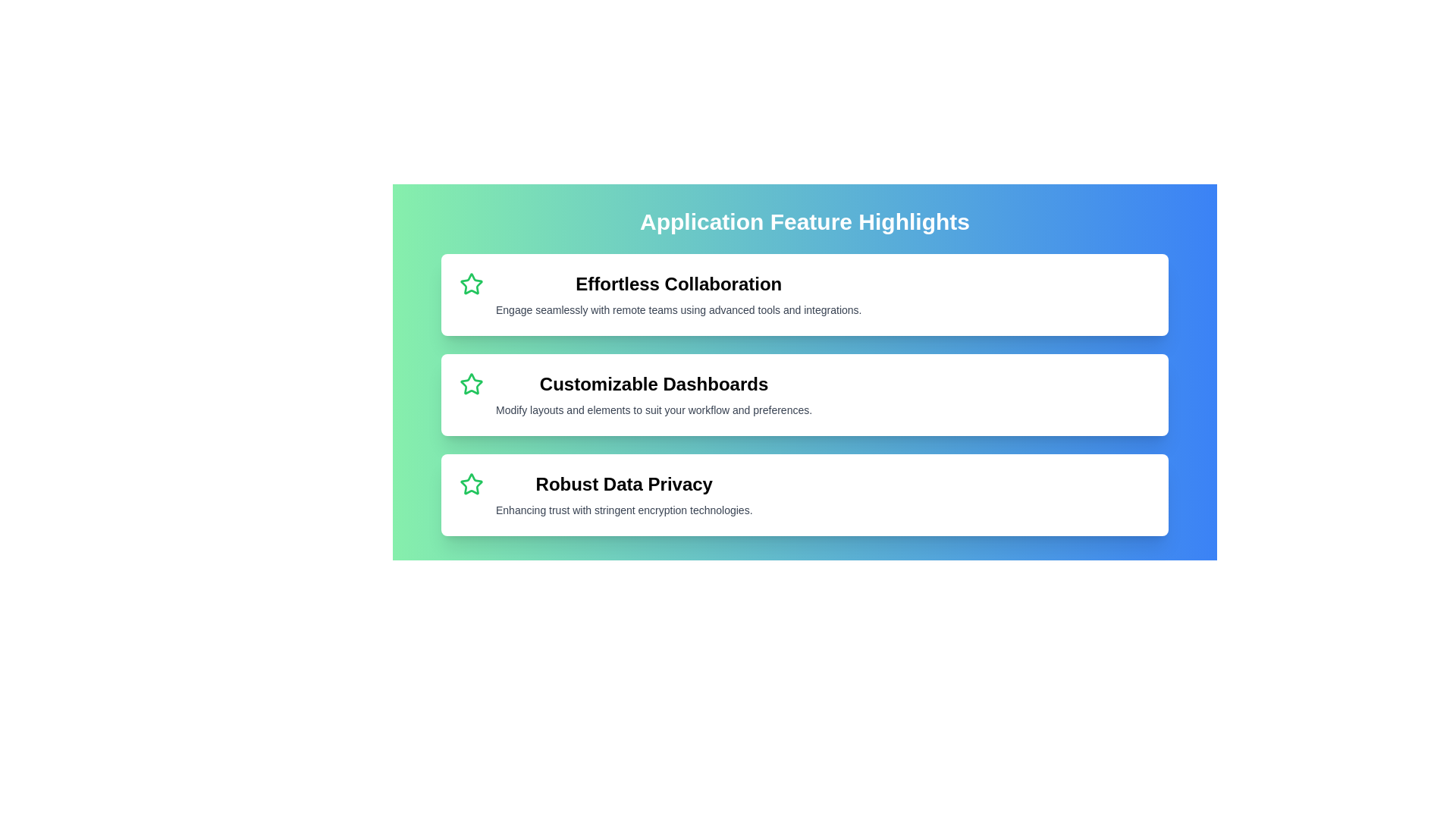  Describe the element at coordinates (678, 284) in the screenshot. I see `the headline text that serves as the title for the first feature section, located just below 'Application Feature Highlights'` at that location.